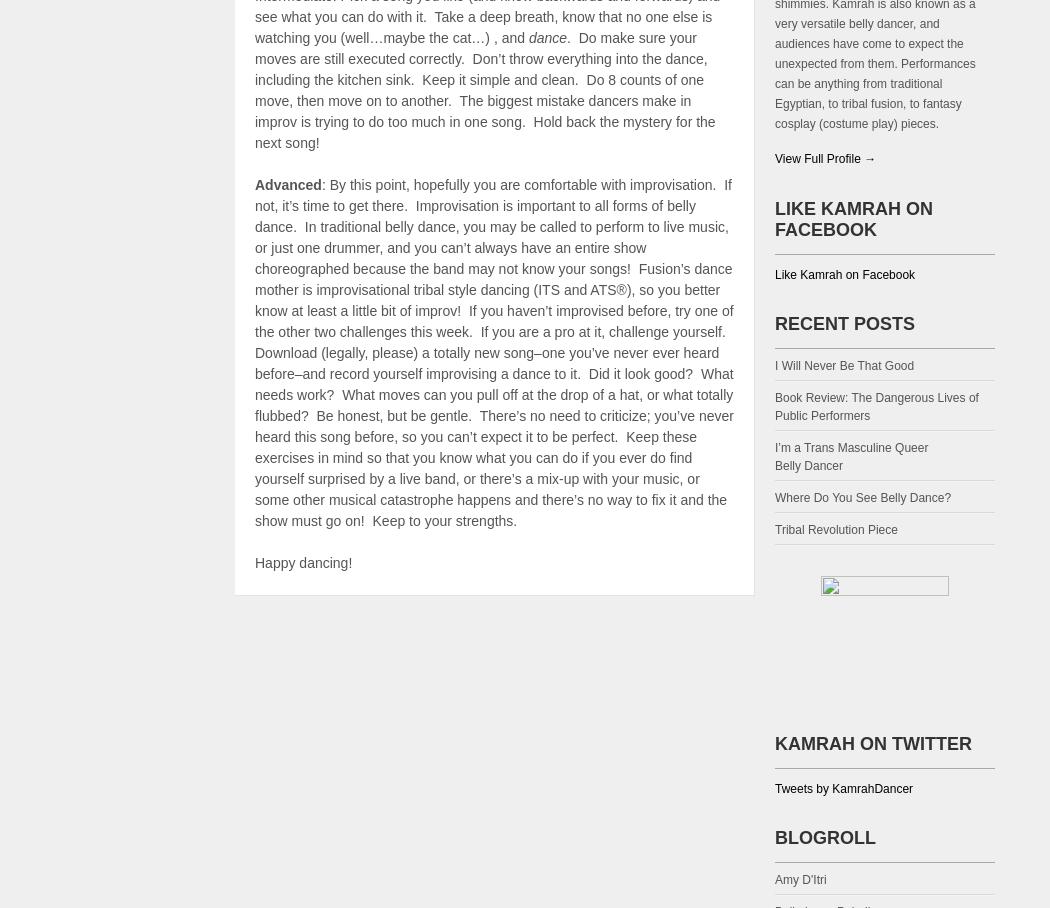  Describe the element at coordinates (836, 529) in the screenshot. I see `'Tribal Revolution Piece'` at that location.